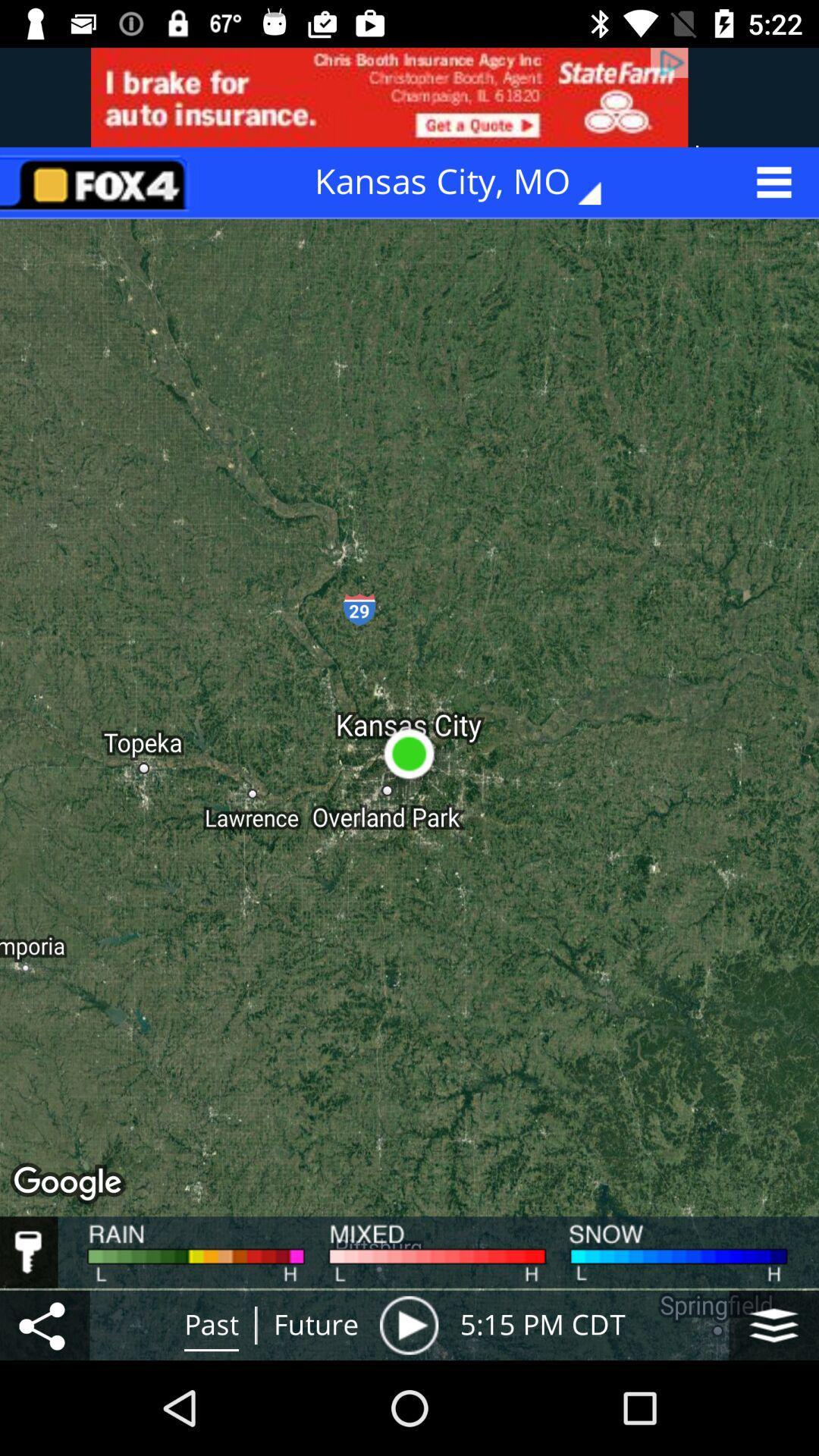  Describe the element at coordinates (29, 1252) in the screenshot. I see `lock in the options` at that location.